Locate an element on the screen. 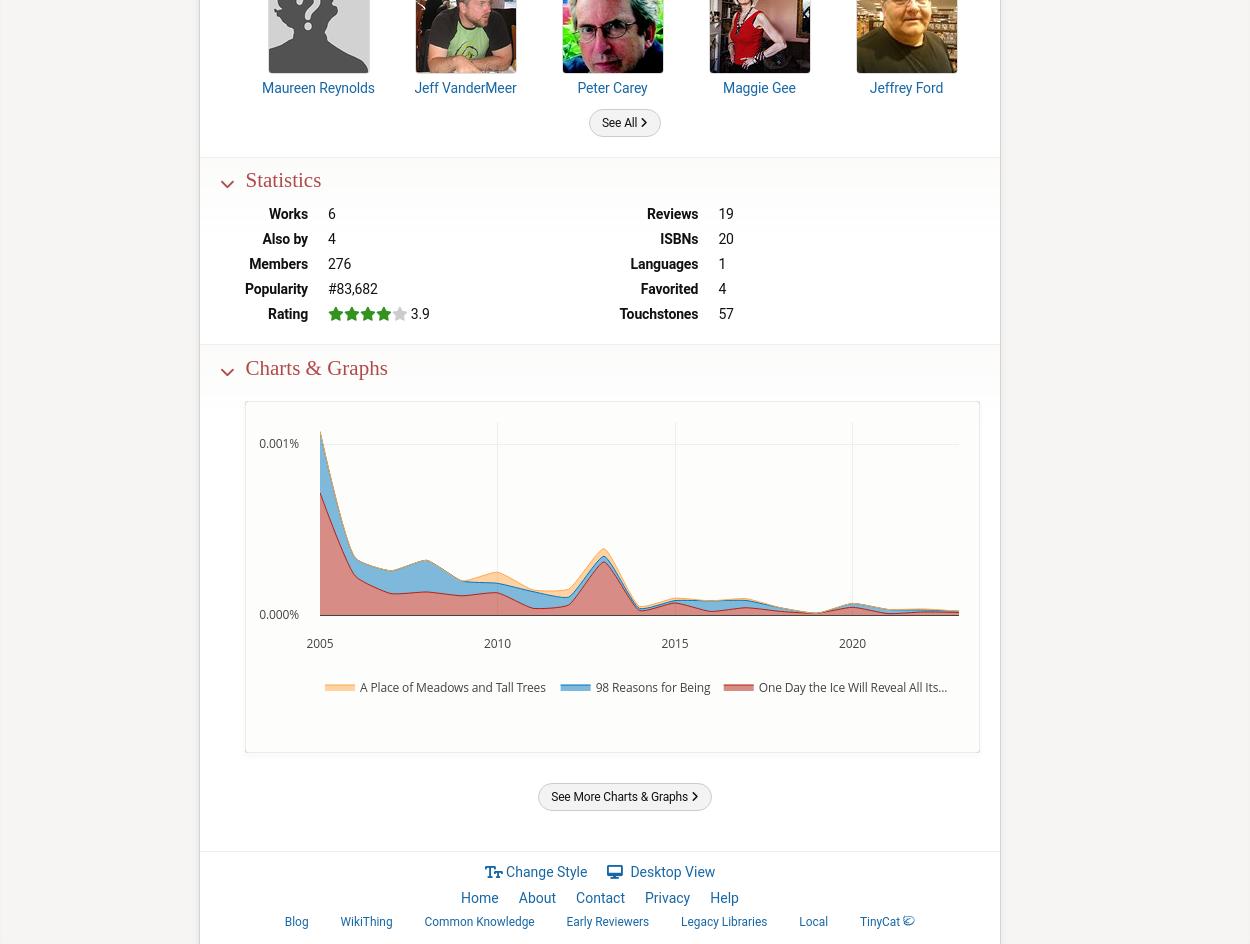  'Legacy Libraries' is located at coordinates (723, 919).